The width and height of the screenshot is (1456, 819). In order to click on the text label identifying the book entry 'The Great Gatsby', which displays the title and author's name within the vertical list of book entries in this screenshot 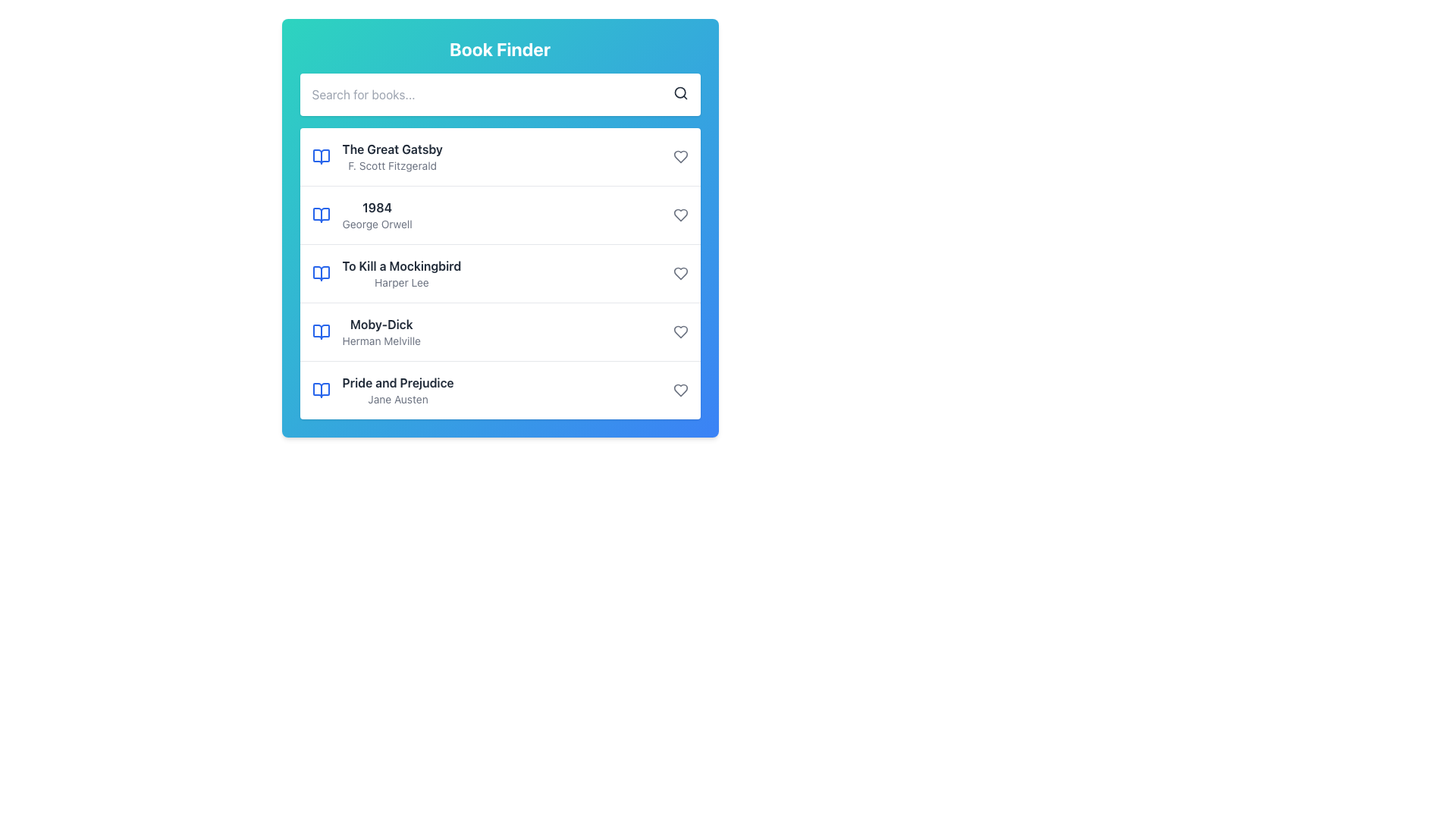, I will do `click(377, 215)`.